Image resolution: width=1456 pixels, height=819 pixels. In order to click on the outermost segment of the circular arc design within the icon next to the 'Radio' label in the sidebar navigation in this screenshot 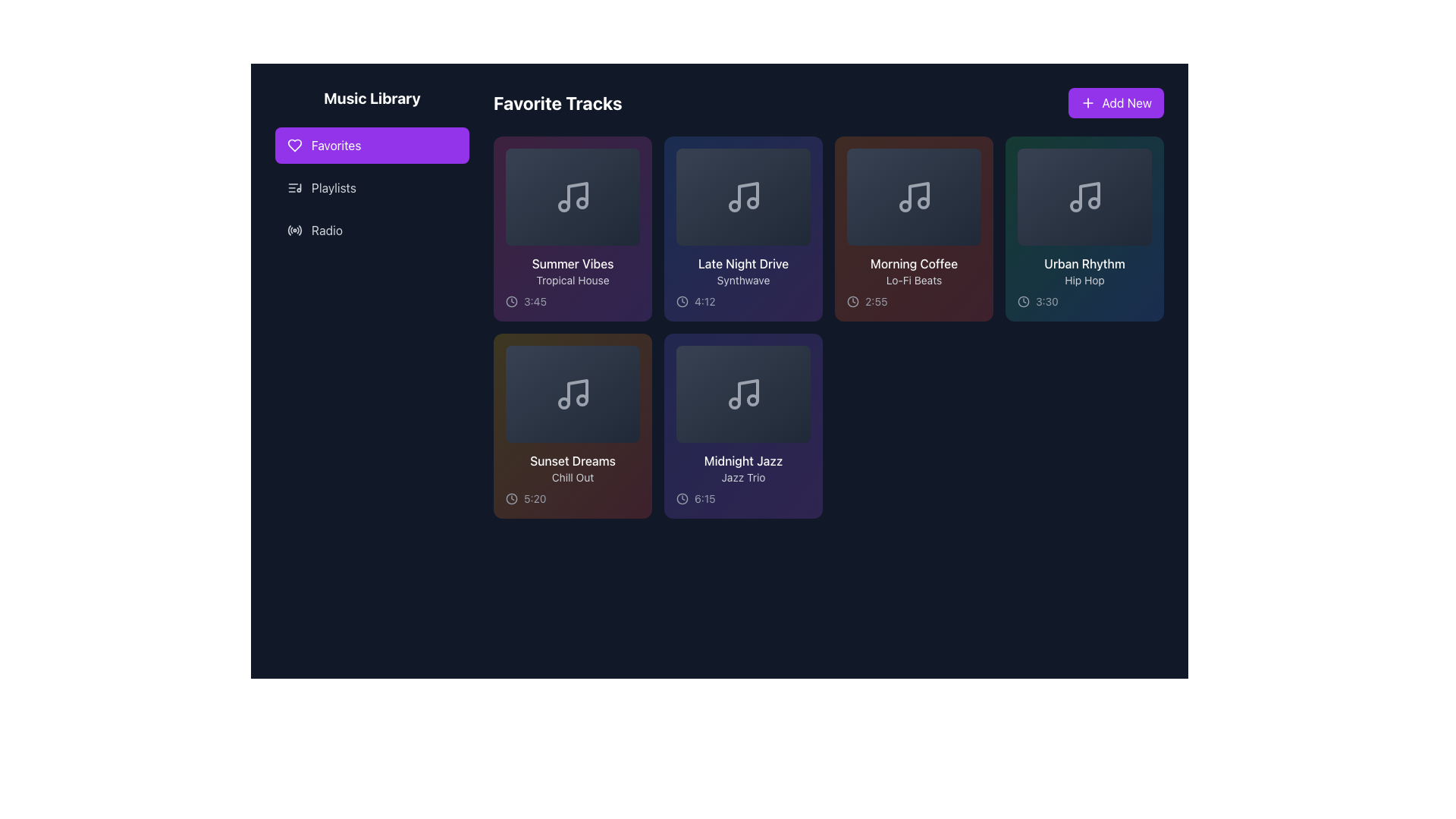, I will do `click(300, 230)`.